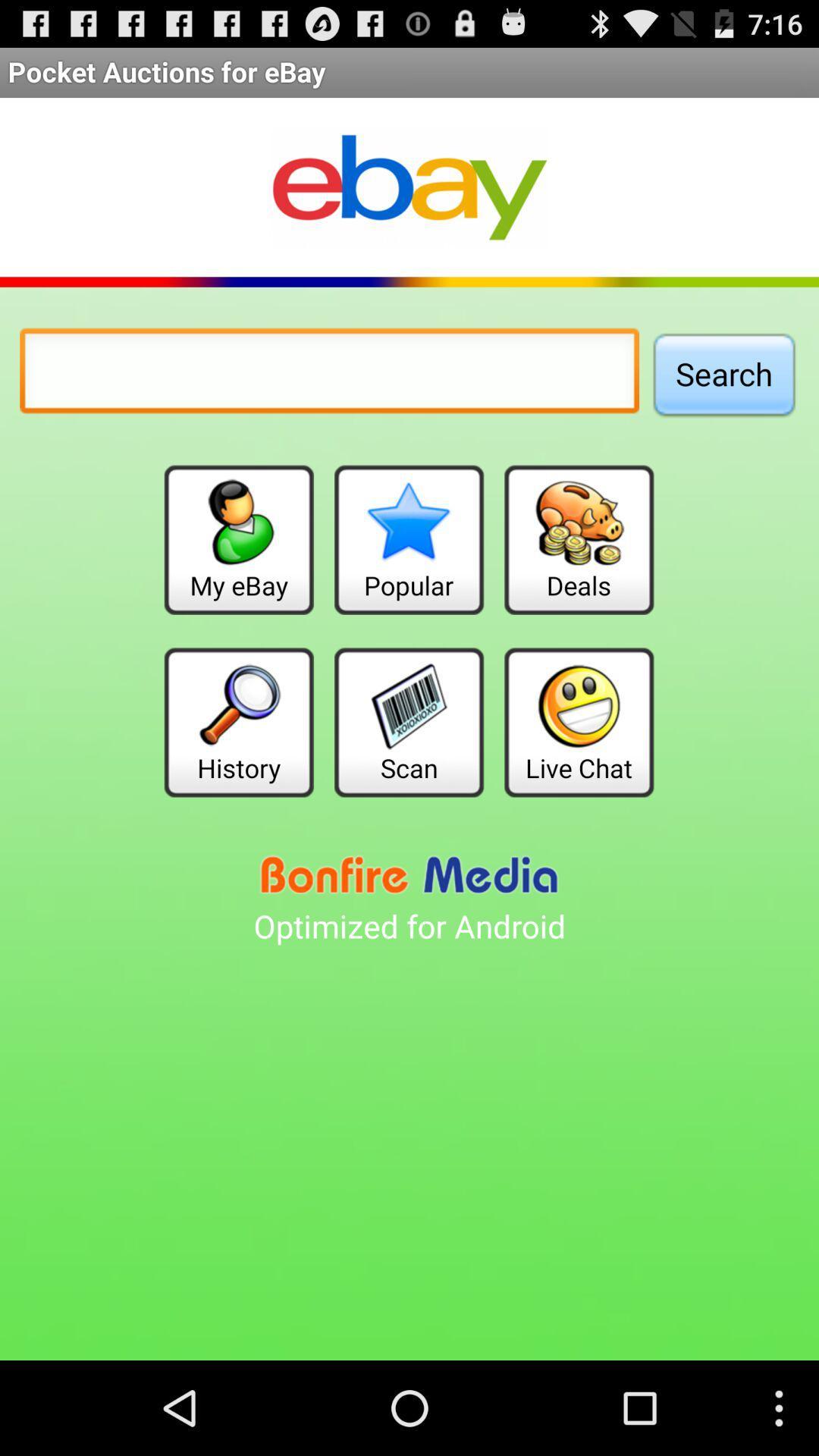 Image resolution: width=819 pixels, height=1456 pixels. Describe the element at coordinates (408, 540) in the screenshot. I see `the item next to my ebay item` at that location.